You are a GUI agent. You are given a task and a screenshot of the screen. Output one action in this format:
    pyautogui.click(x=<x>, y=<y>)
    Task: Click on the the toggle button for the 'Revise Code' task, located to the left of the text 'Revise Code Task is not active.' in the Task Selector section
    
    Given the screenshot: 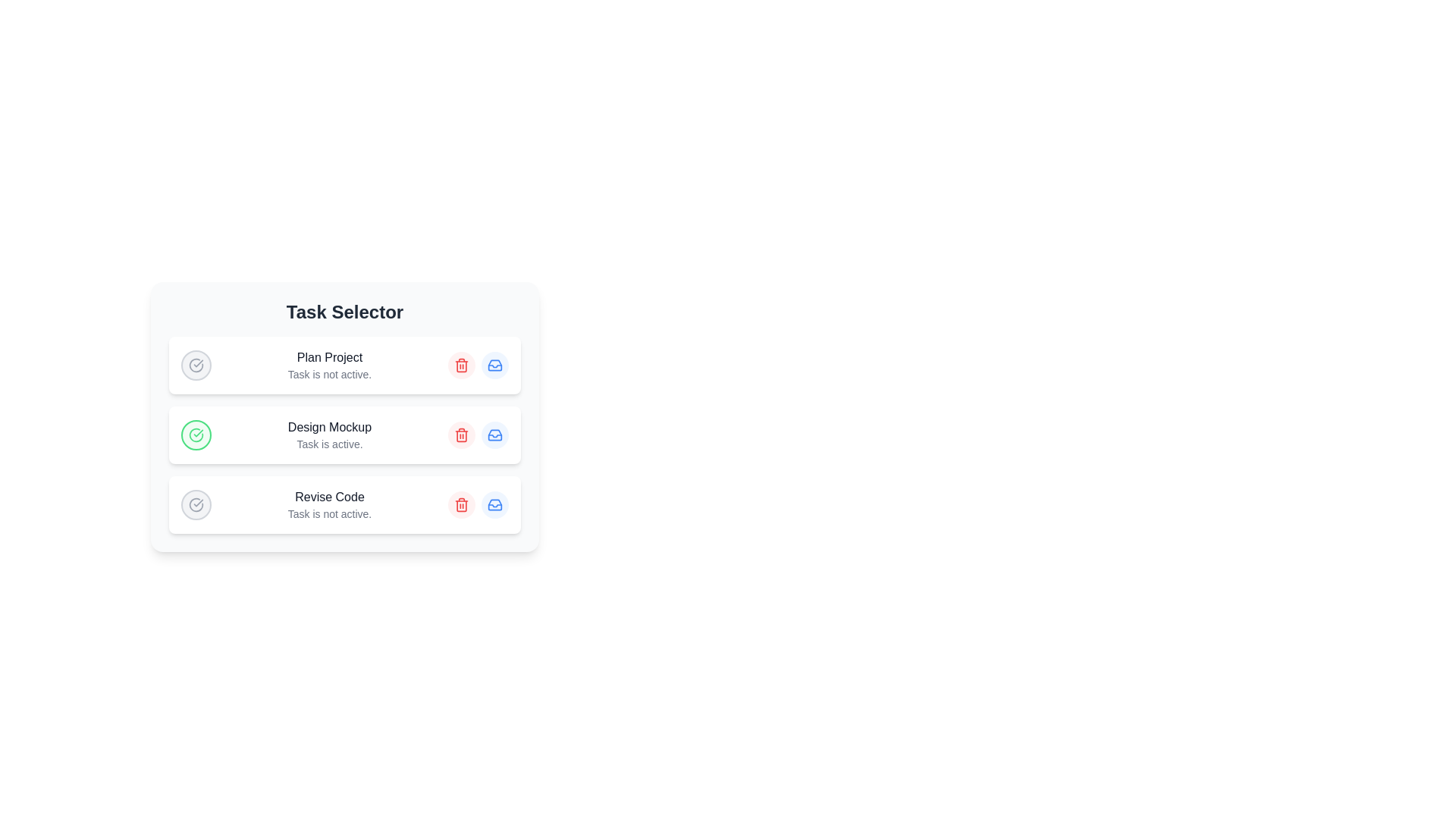 What is the action you would take?
    pyautogui.click(x=196, y=505)
    